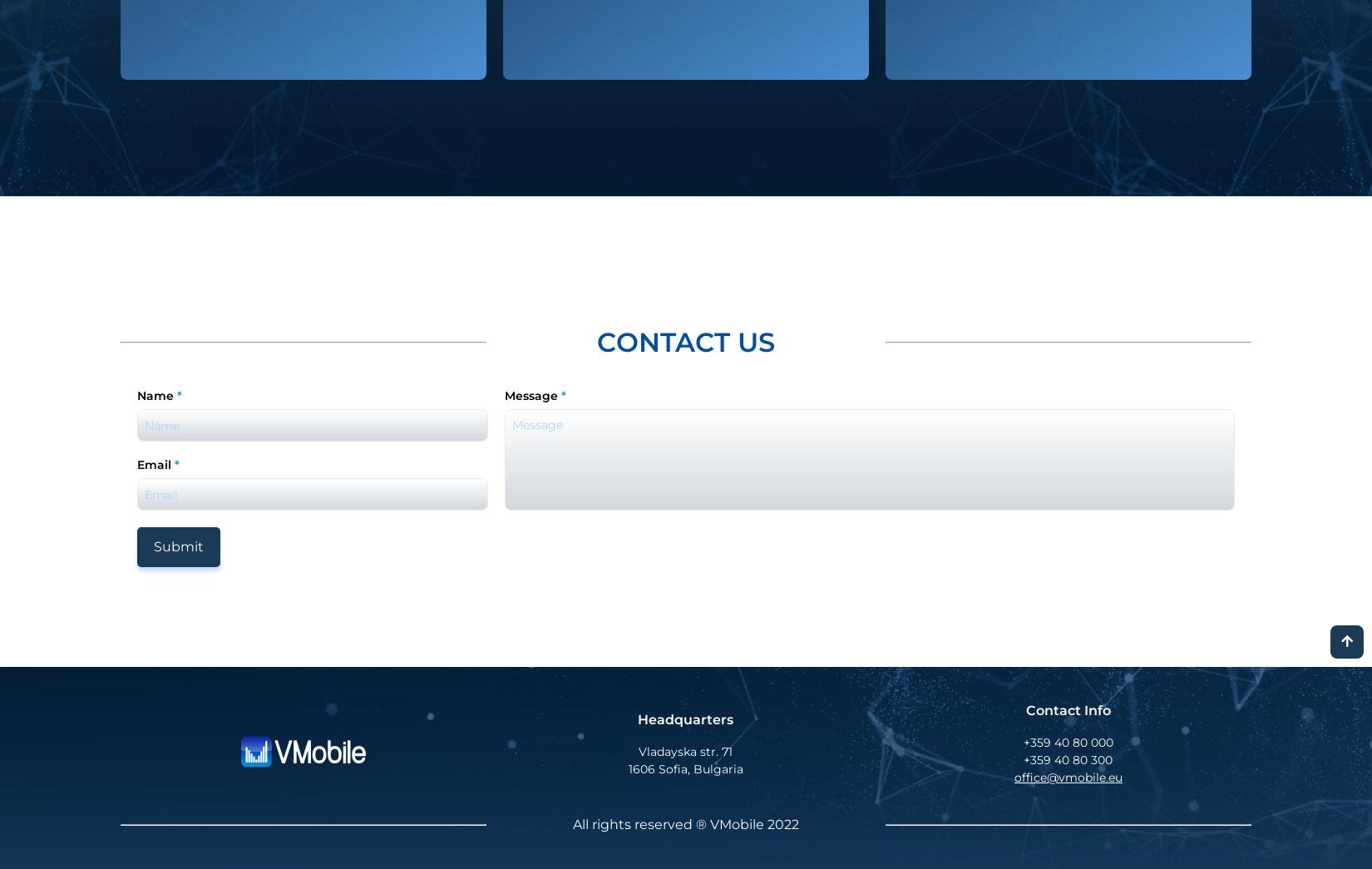 The width and height of the screenshot is (1372, 869). What do you see at coordinates (531, 394) in the screenshot?
I see `'Message'` at bounding box center [531, 394].